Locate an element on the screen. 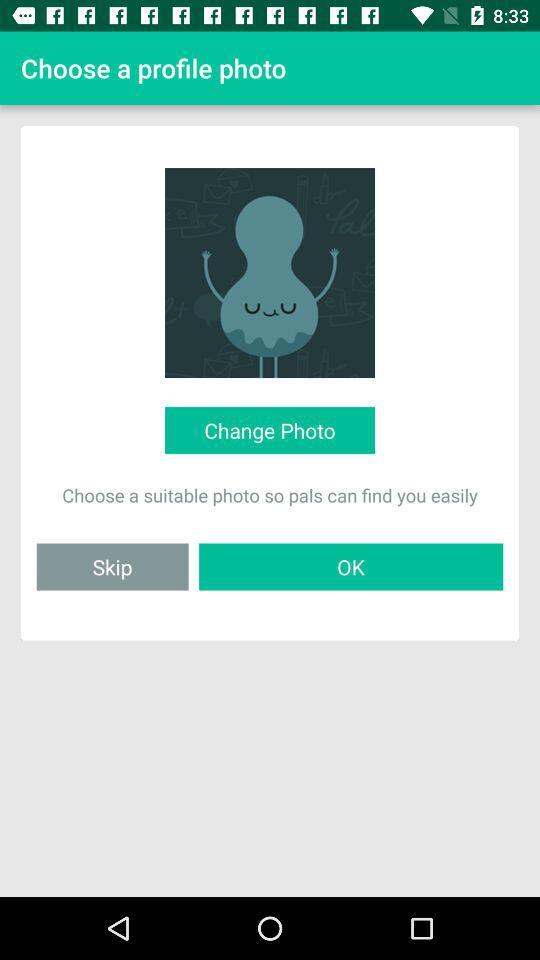 This screenshot has width=540, height=960. icon above the choose a suitable is located at coordinates (270, 430).